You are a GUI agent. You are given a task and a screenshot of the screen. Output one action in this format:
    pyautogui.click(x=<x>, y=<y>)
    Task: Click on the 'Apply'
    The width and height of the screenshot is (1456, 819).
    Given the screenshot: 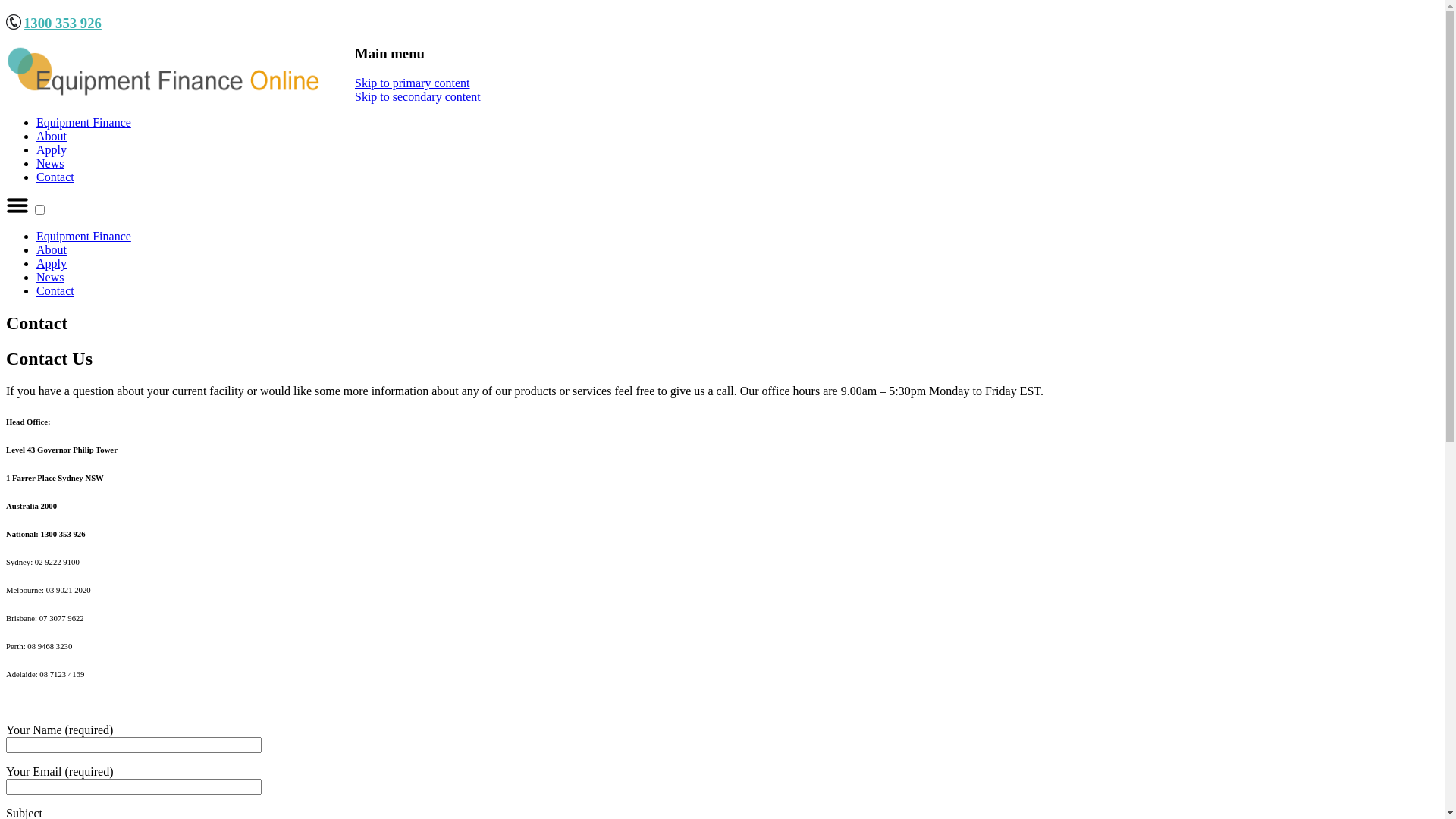 What is the action you would take?
    pyautogui.click(x=51, y=262)
    